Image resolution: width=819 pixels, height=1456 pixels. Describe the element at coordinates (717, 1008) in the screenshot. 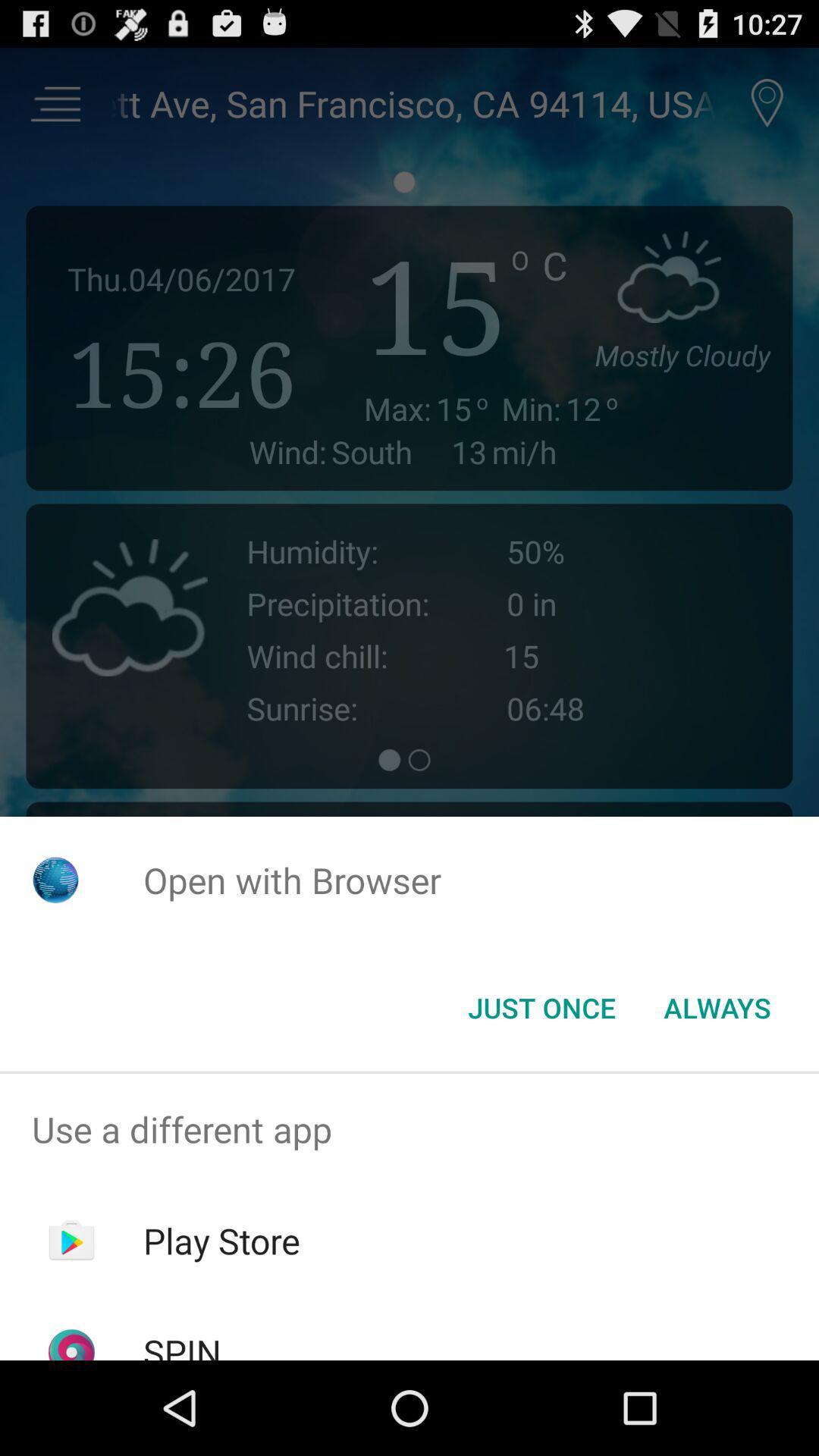

I see `always icon` at that location.